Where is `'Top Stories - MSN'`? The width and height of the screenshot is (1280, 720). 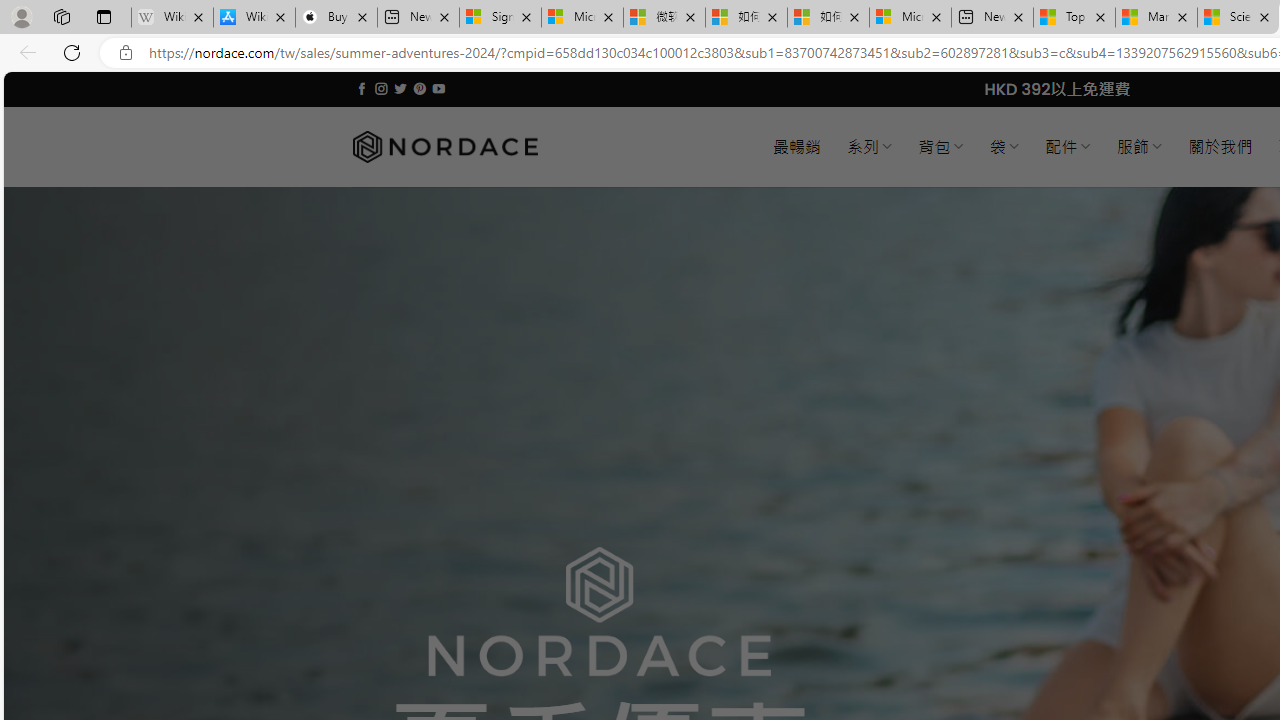
'Top Stories - MSN' is located at coordinates (1073, 17).